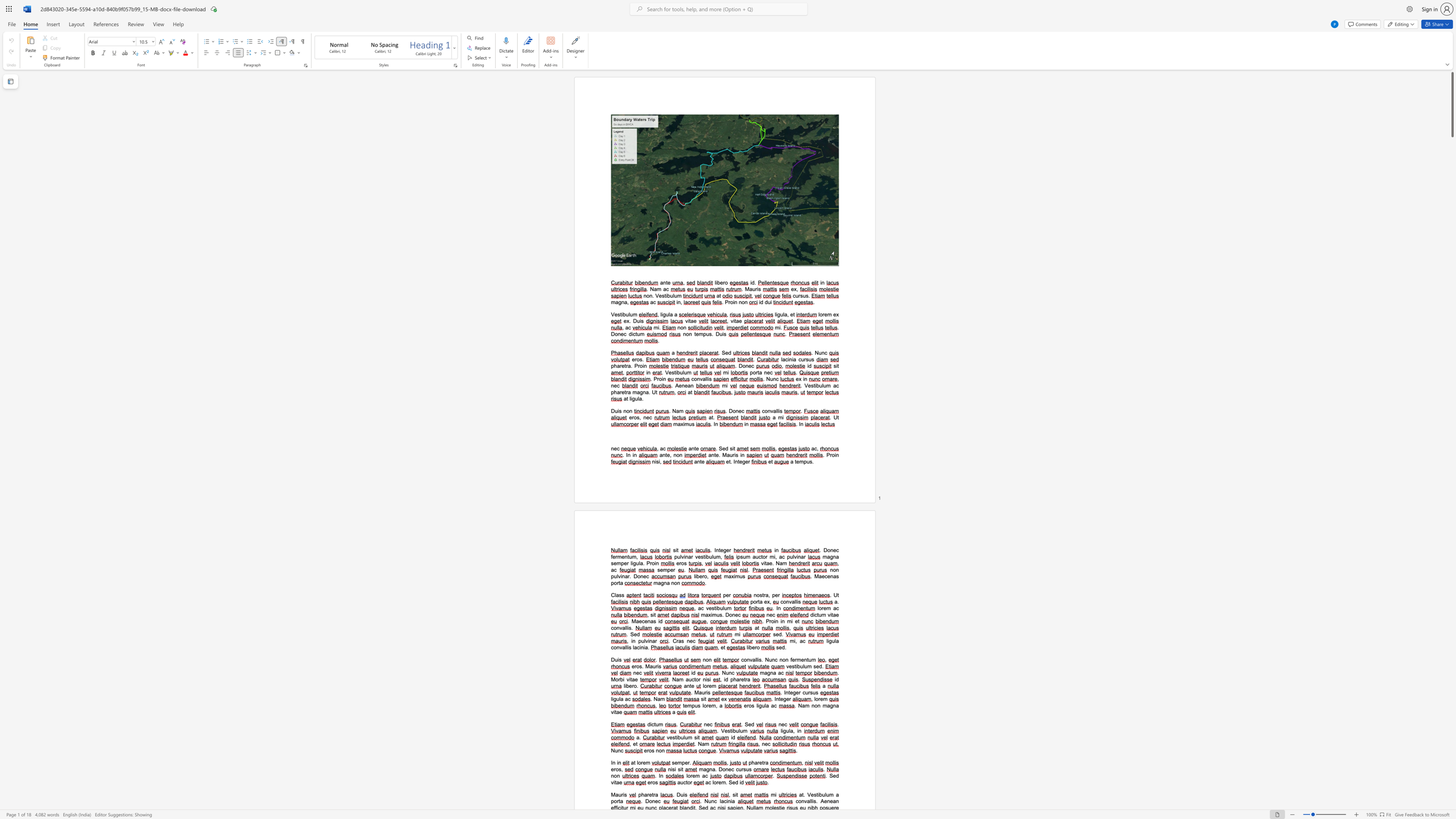 The height and width of the screenshot is (819, 1456). I want to click on the space between the continuous character "g" and "u" in the text, so click(761, 705).